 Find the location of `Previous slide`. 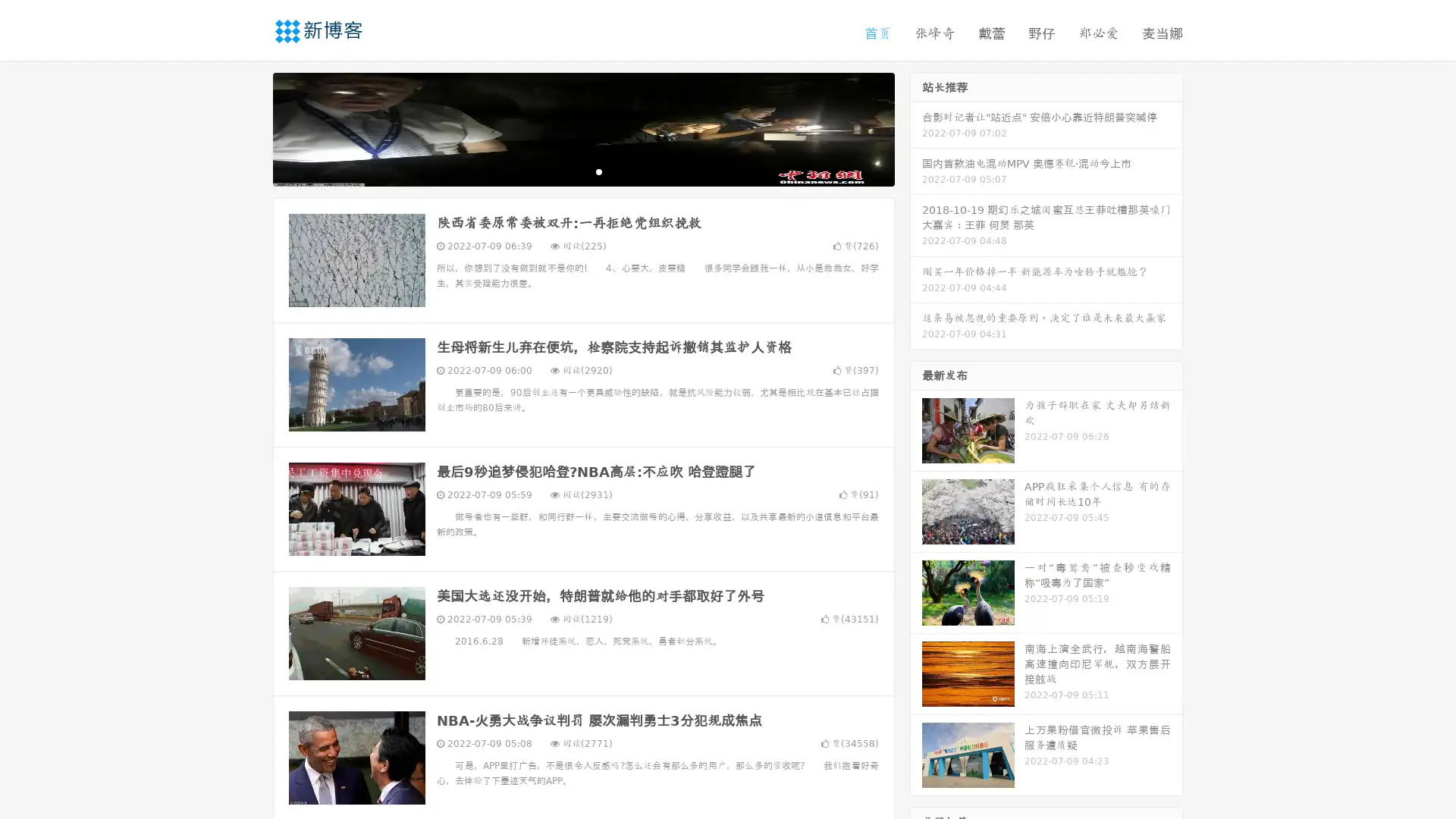

Previous slide is located at coordinates (250, 127).